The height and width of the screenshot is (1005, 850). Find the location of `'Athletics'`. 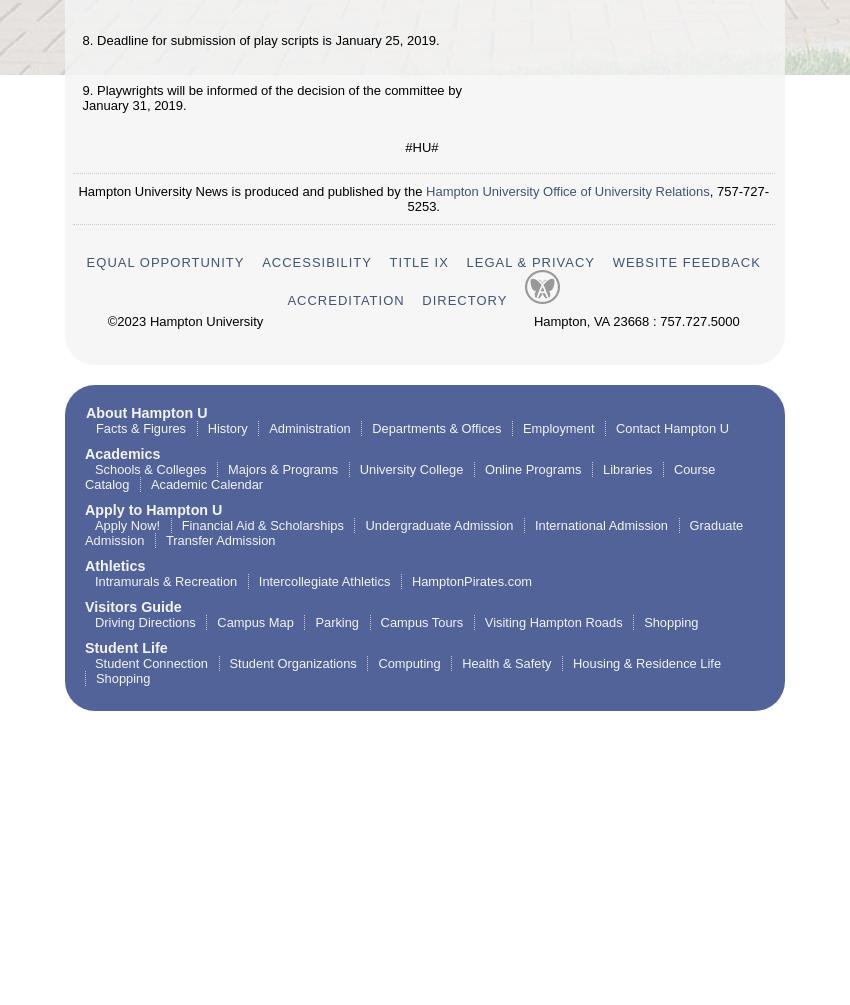

'Athletics' is located at coordinates (114, 564).